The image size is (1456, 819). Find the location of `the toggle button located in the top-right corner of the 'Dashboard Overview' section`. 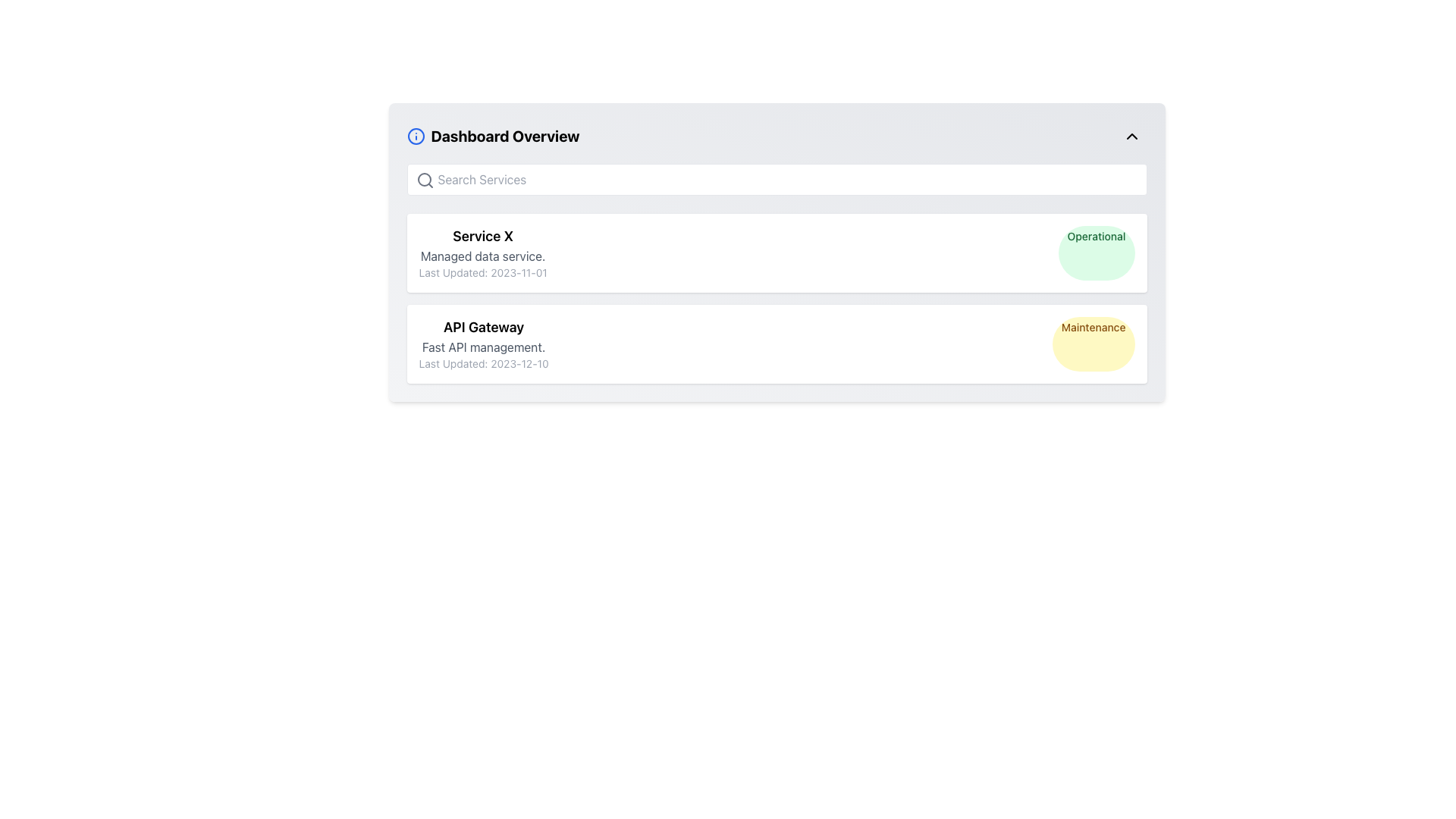

the toggle button located in the top-right corner of the 'Dashboard Overview' section is located at coordinates (1131, 136).